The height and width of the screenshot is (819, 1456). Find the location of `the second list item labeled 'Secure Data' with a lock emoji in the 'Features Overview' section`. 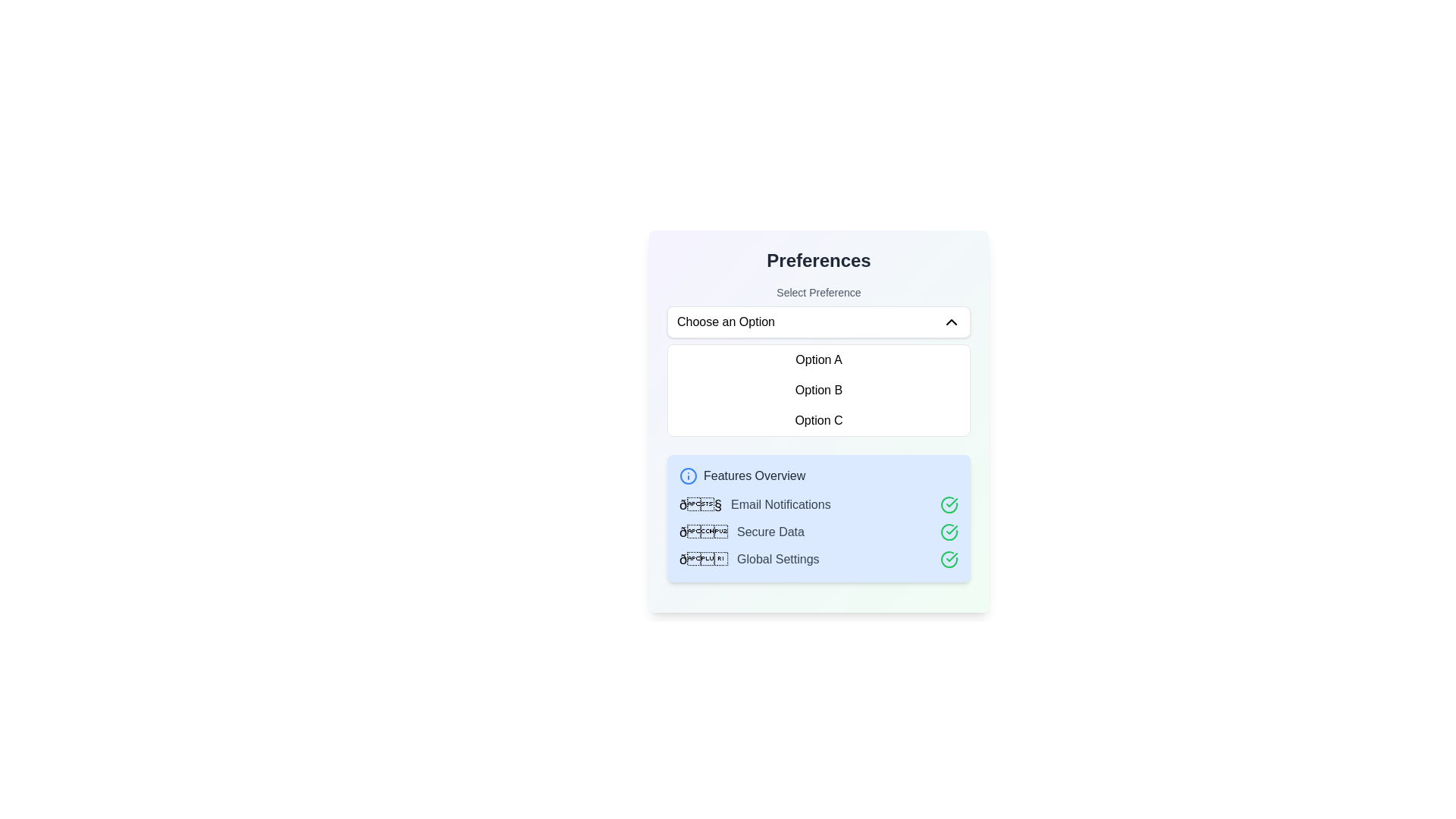

the second list item labeled 'Secure Data' with a lock emoji in the 'Features Overview' section is located at coordinates (818, 532).